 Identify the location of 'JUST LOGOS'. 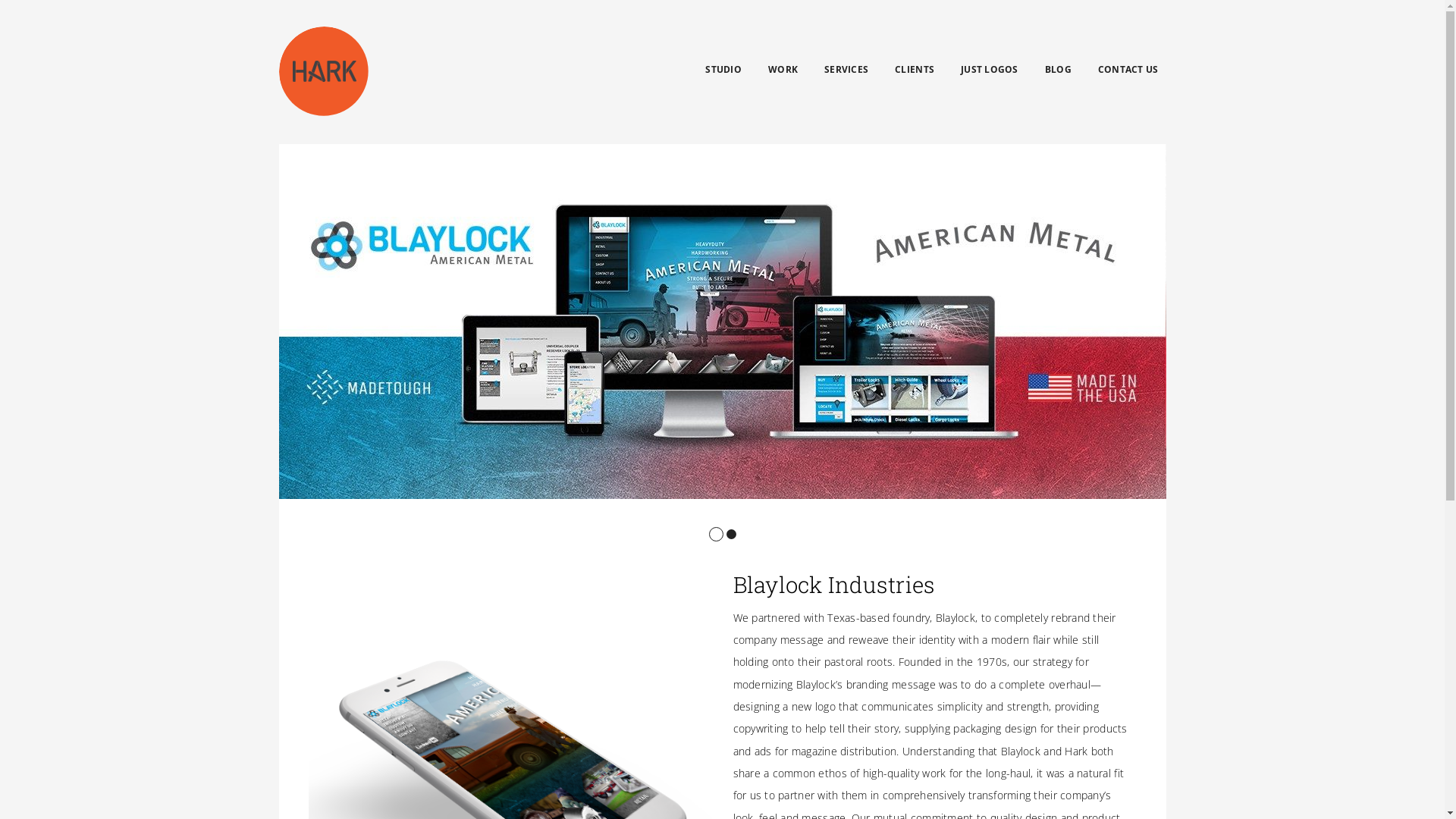
(990, 70).